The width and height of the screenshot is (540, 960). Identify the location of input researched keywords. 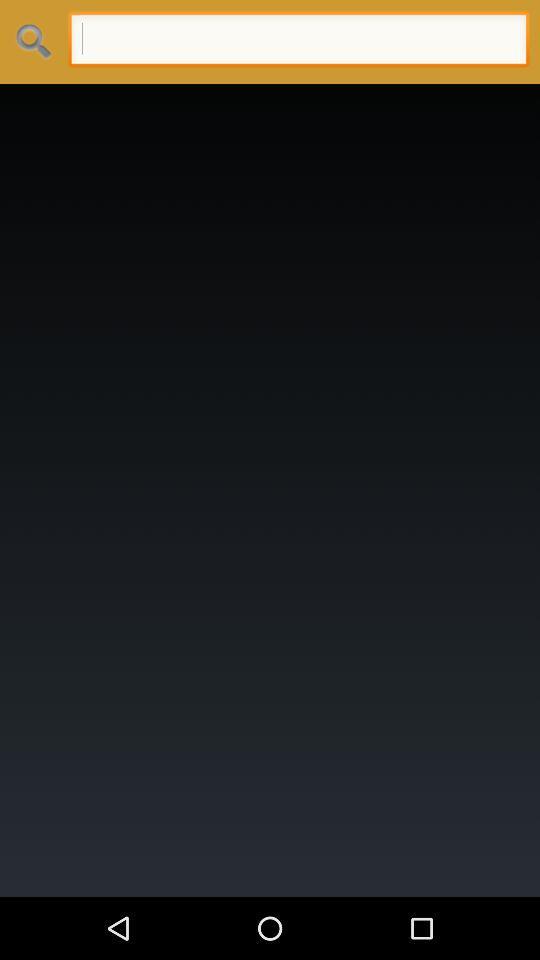
(297, 41).